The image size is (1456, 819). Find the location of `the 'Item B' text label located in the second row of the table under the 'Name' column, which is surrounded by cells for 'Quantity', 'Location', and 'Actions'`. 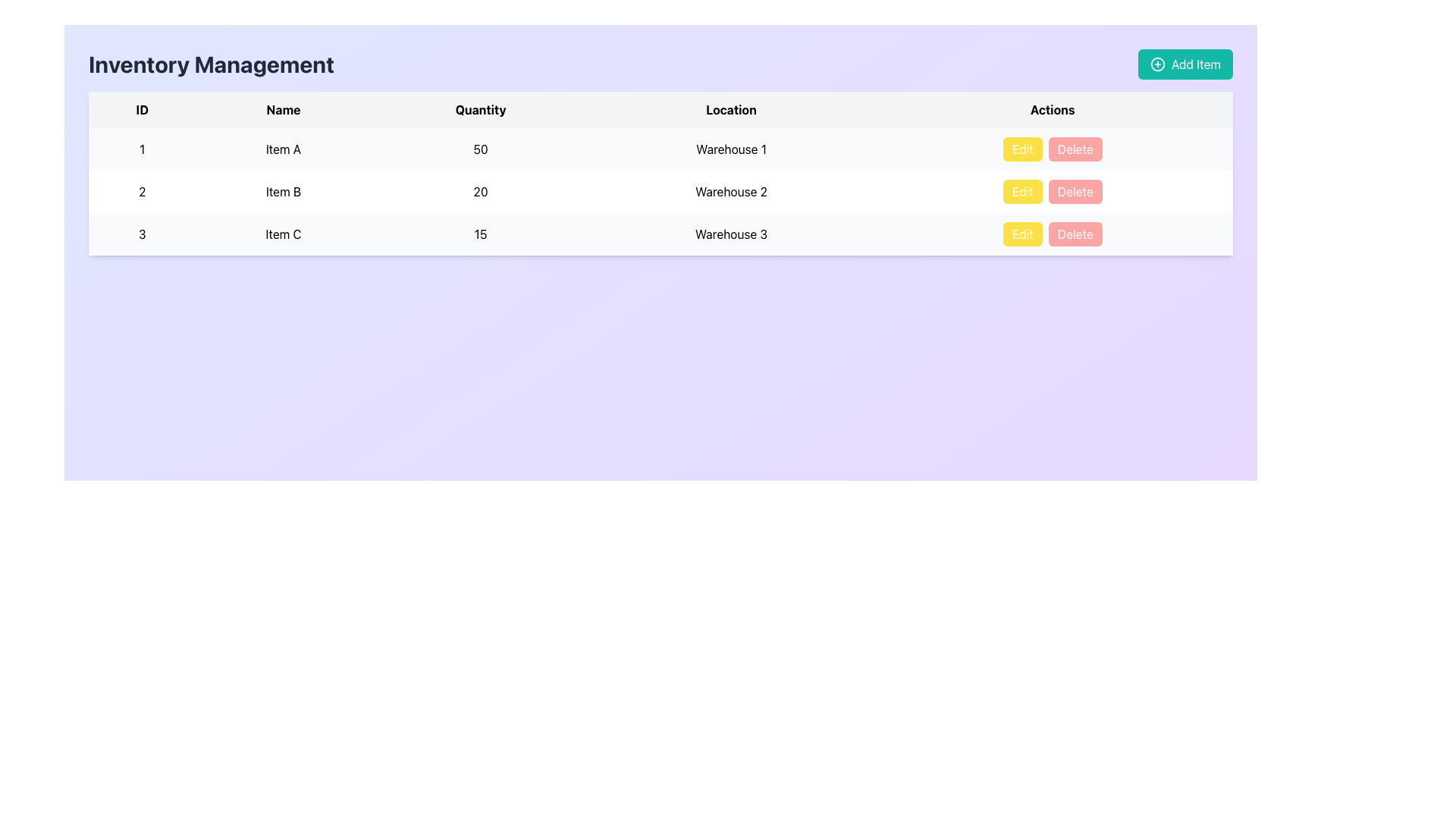

the 'Item B' text label located in the second row of the table under the 'Name' column, which is surrounded by cells for 'Quantity', 'Location', and 'Actions' is located at coordinates (284, 191).